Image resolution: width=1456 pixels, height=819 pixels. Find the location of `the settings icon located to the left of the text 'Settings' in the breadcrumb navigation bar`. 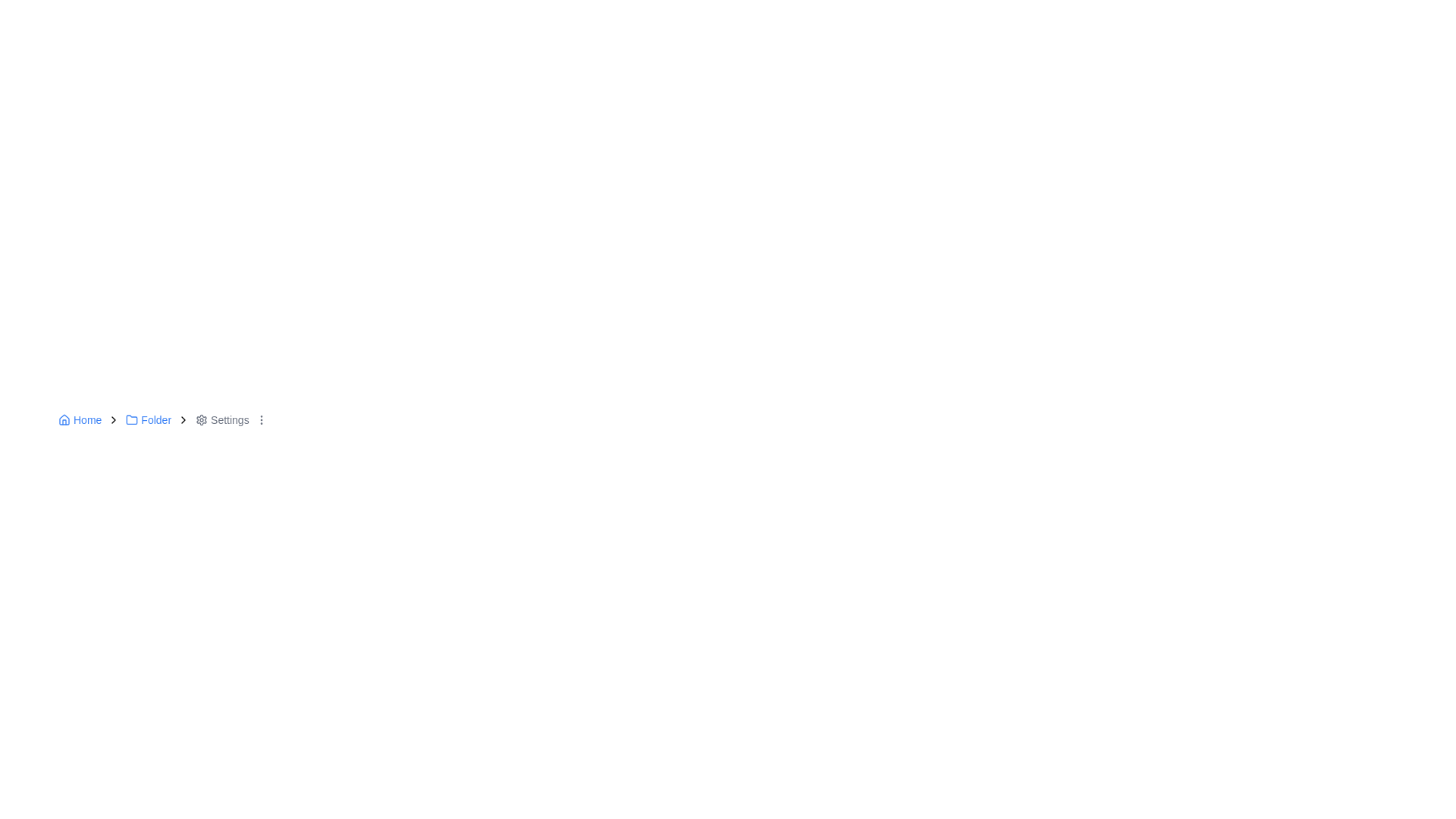

the settings icon located to the left of the text 'Settings' in the breadcrumb navigation bar is located at coordinates (200, 420).